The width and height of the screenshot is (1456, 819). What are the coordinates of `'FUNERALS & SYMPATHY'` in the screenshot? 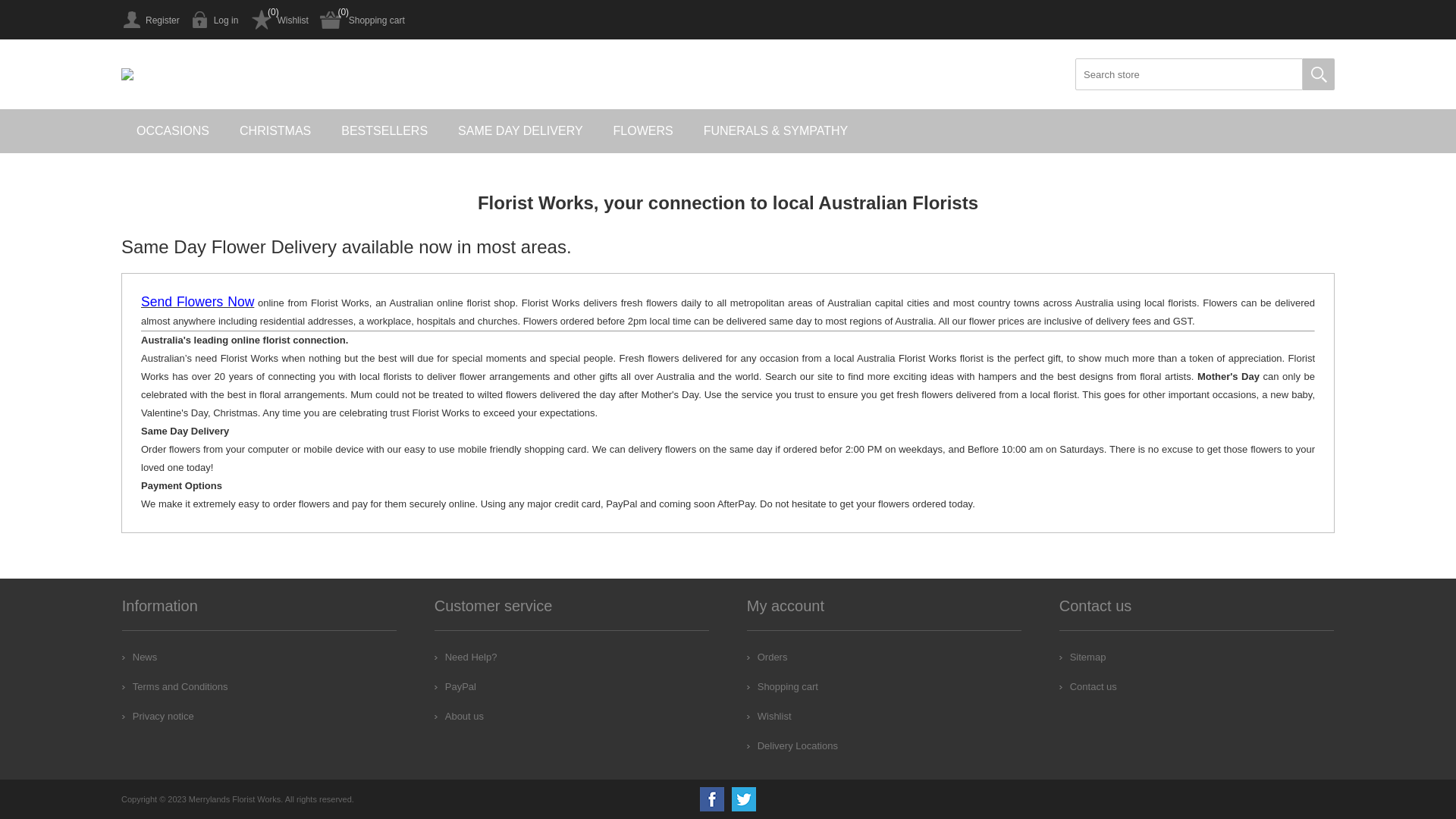 It's located at (776, 130).